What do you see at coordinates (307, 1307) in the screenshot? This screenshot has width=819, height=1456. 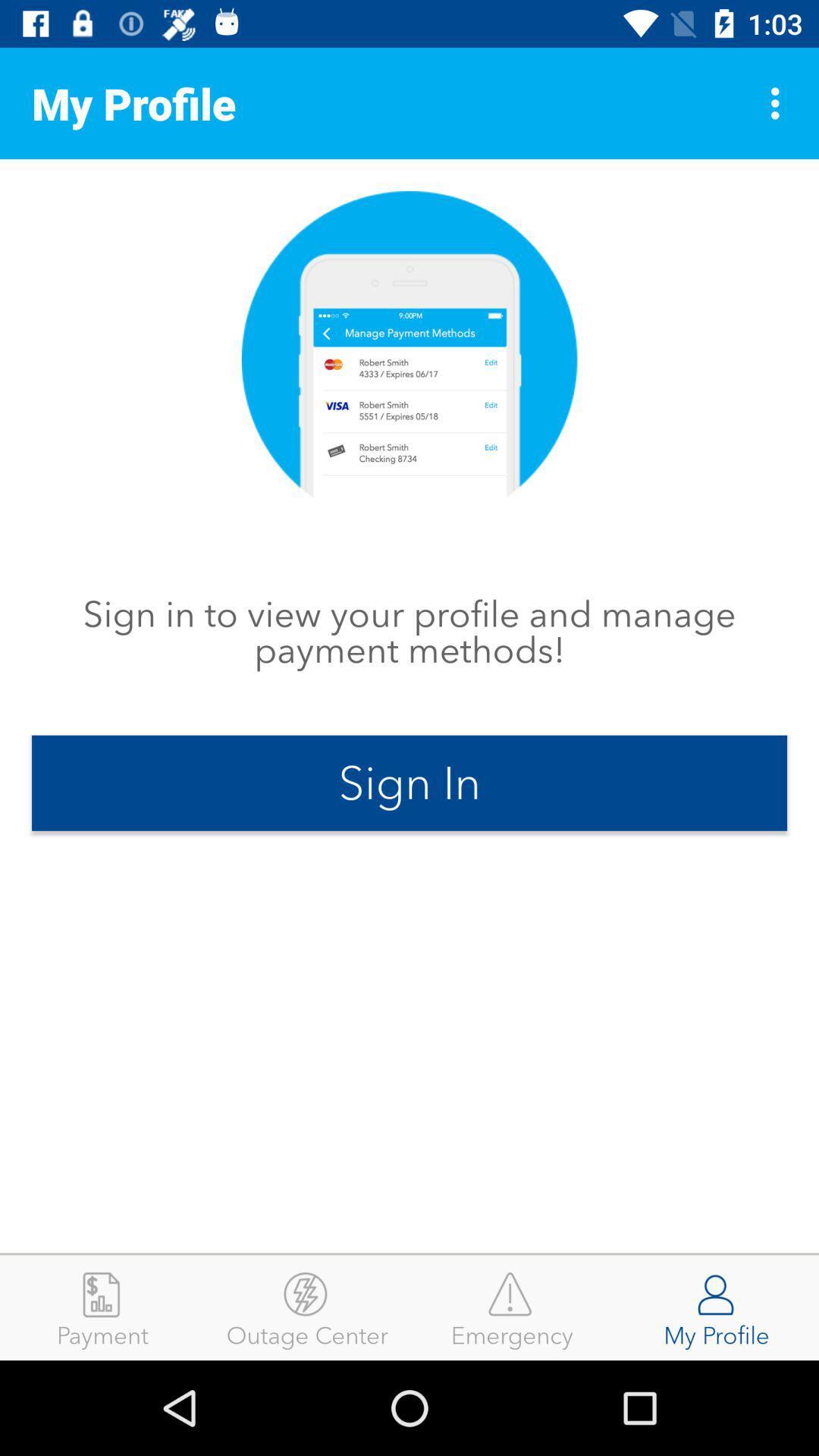 I see `item to the right of payment item` at bounding box center [307, 1307].